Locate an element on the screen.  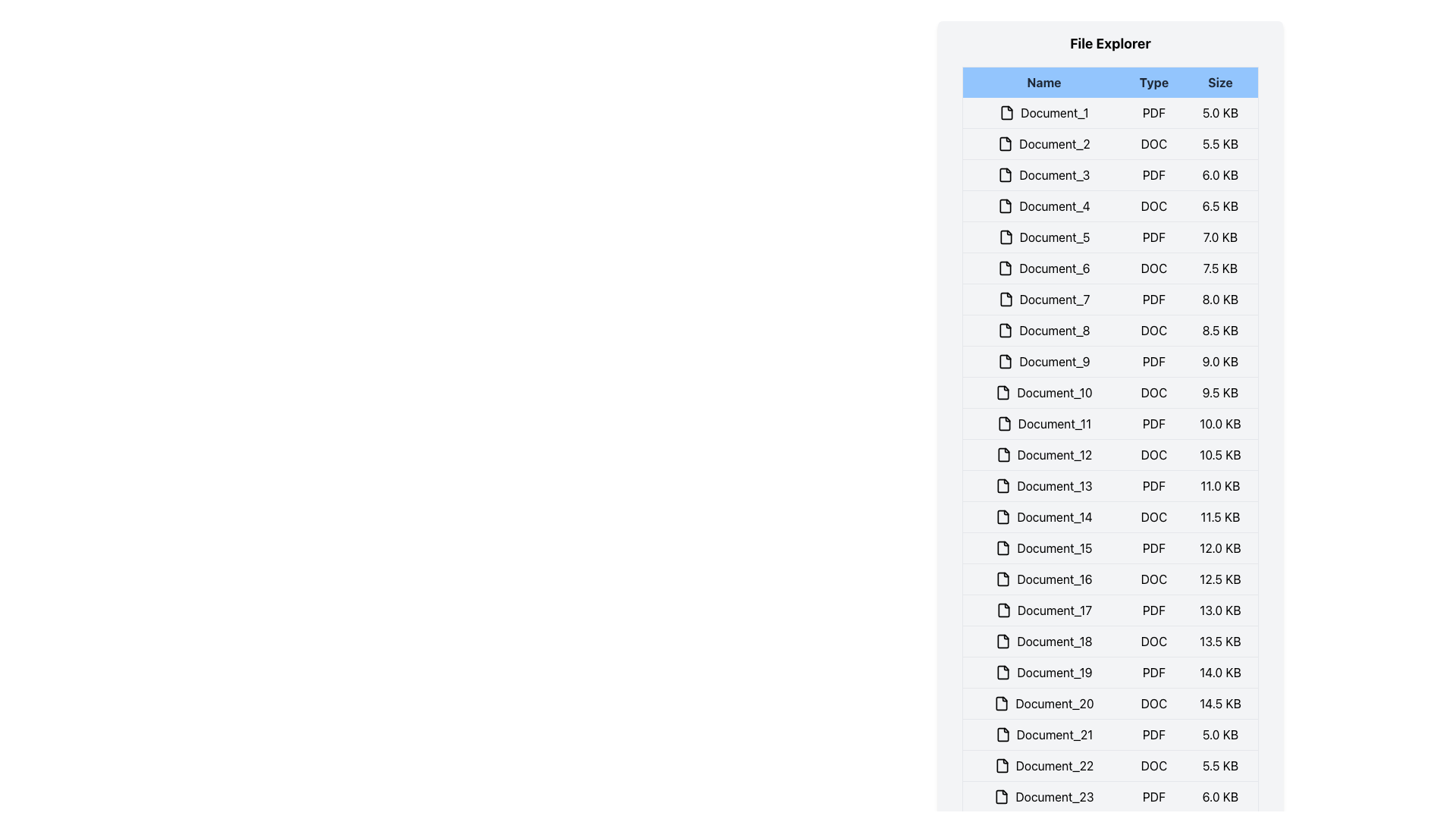
text from the Text label that displays the document size of 12.5 kilobytes, which is located at the center of the last entry in the 'Document_16' row is located at coordinates (1220, 579).